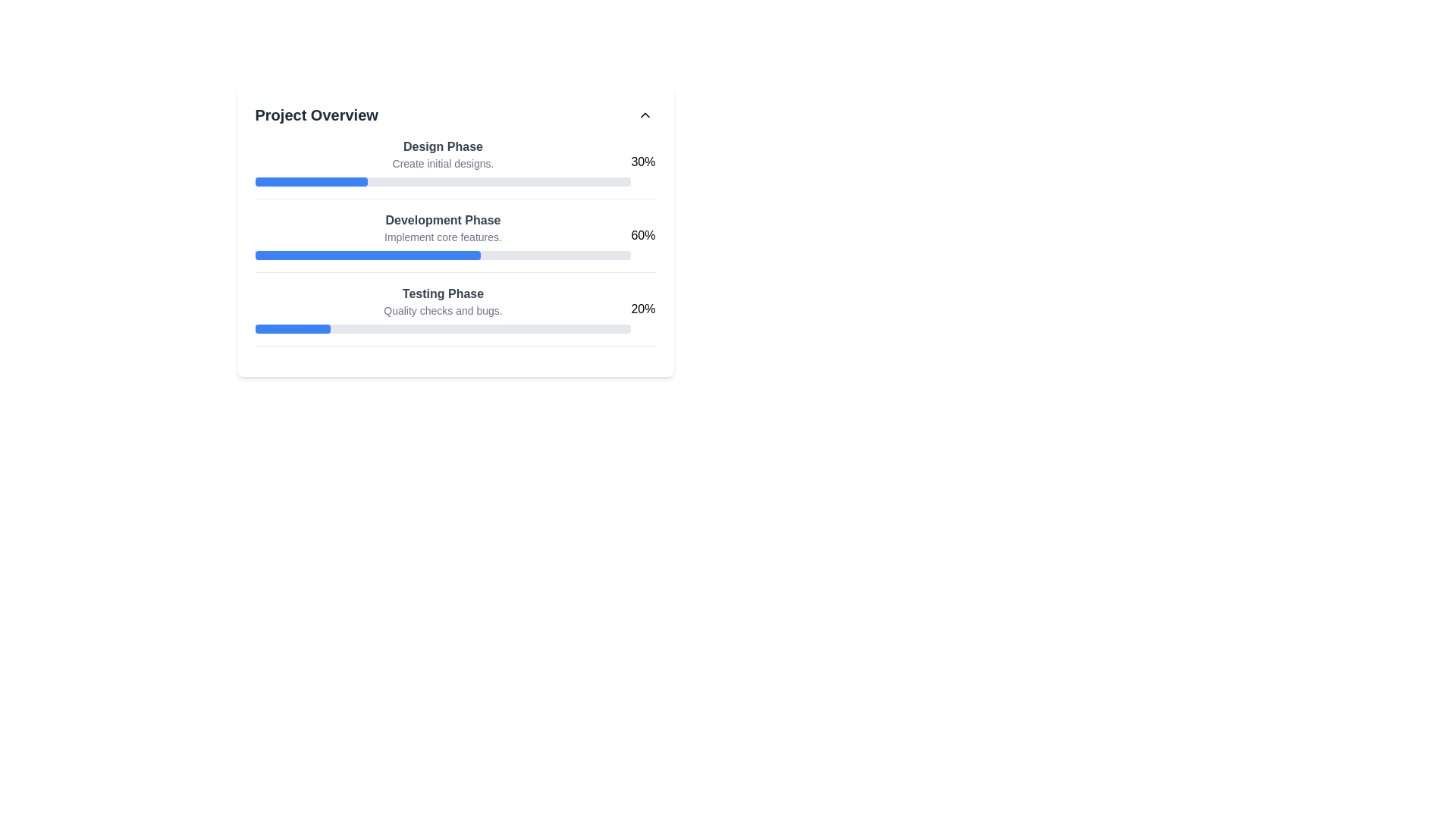  Describe the element at coordinates (645, 114) in the screenshot. I see `the second button or icon in the 'Project Overview' section` at that location.